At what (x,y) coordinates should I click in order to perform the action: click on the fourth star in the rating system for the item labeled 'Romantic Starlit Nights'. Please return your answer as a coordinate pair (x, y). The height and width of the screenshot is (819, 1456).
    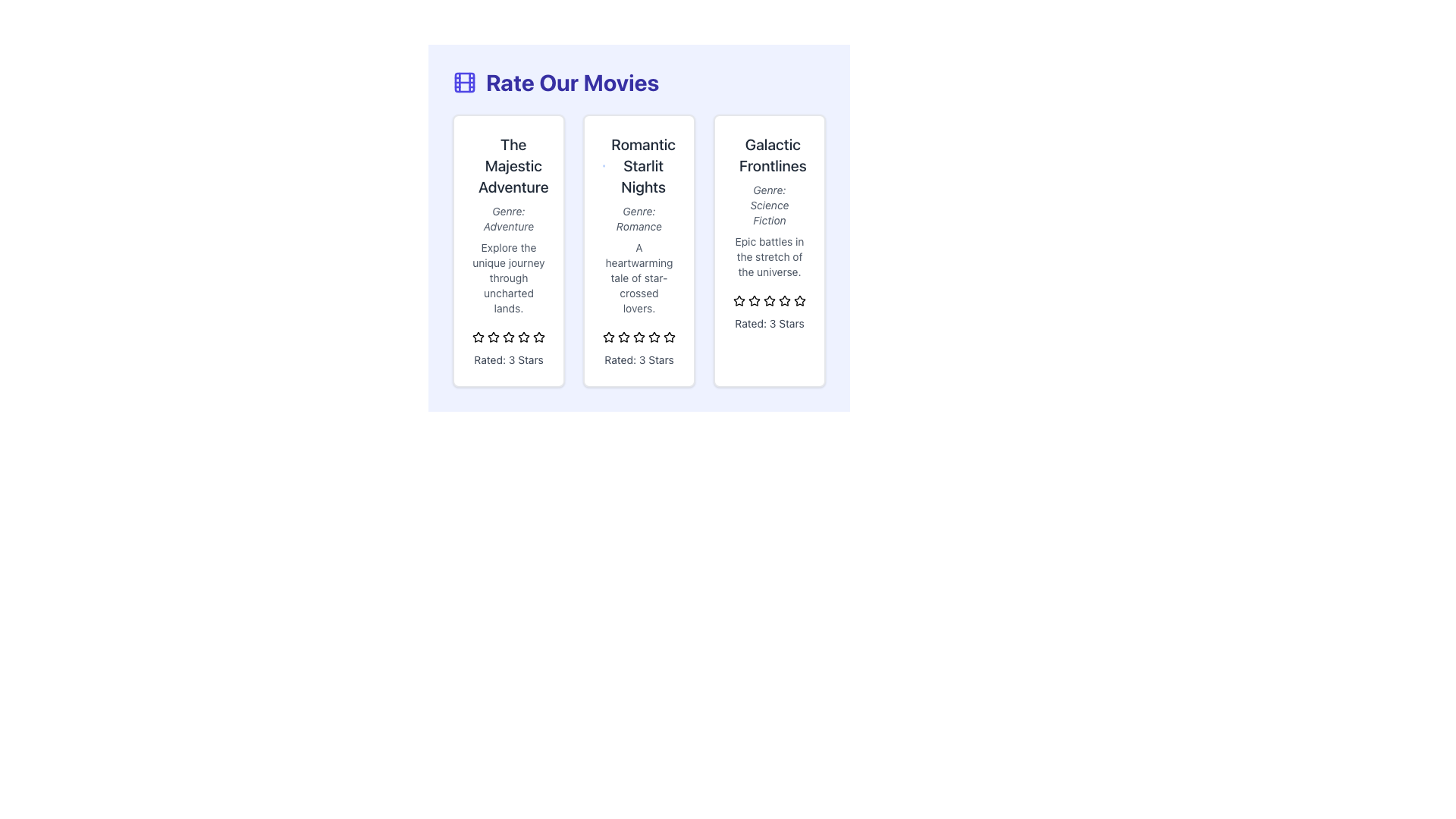
    Looking at the image, I should click on (669, 336).